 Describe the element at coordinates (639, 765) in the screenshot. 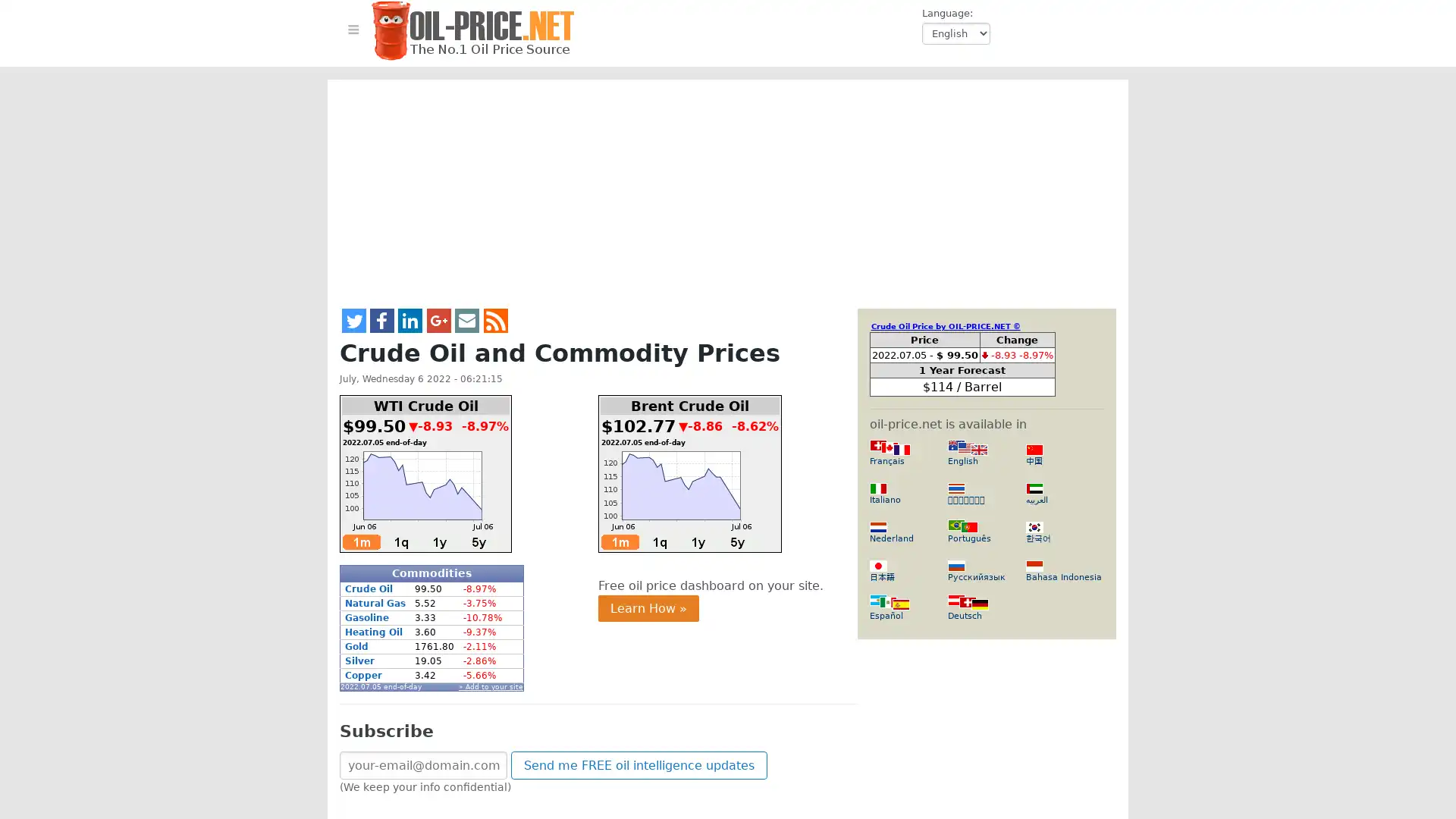

I see `Send me FREE oil intelligence updates` at that location.